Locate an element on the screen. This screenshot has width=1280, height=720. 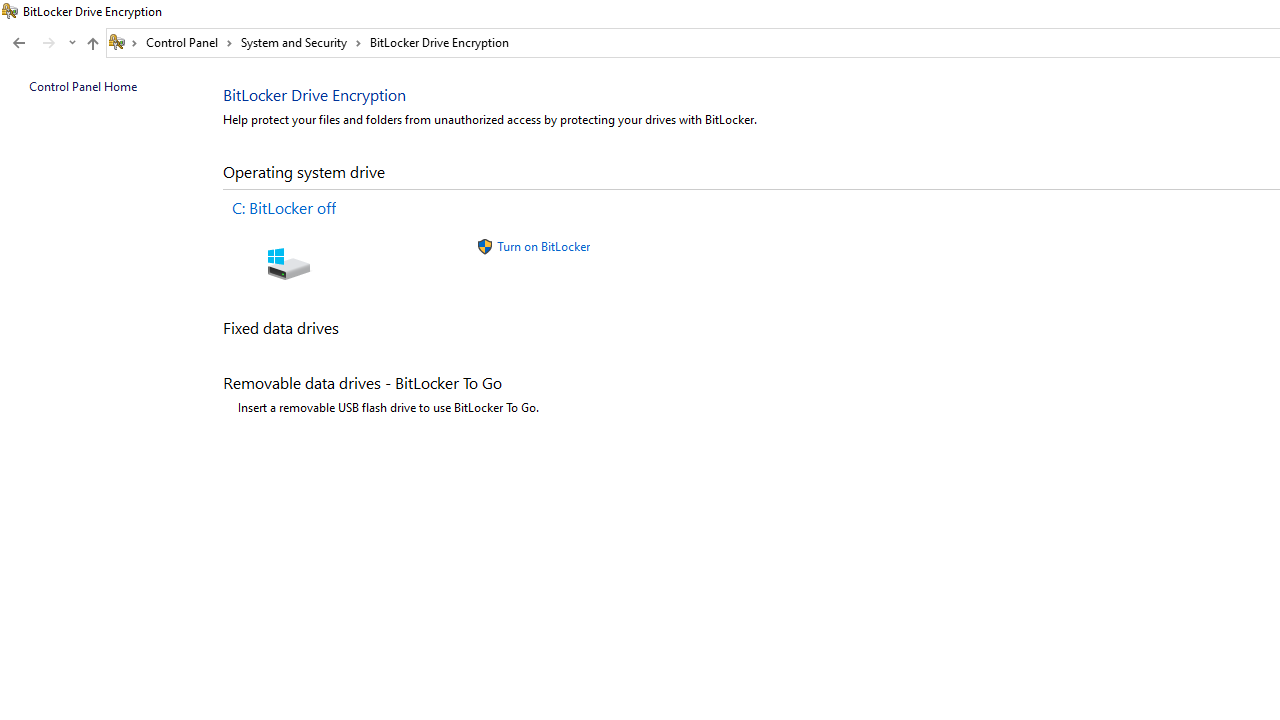
'Forward (Alt + Right Arrow)' is located at coordinates (49, 43).